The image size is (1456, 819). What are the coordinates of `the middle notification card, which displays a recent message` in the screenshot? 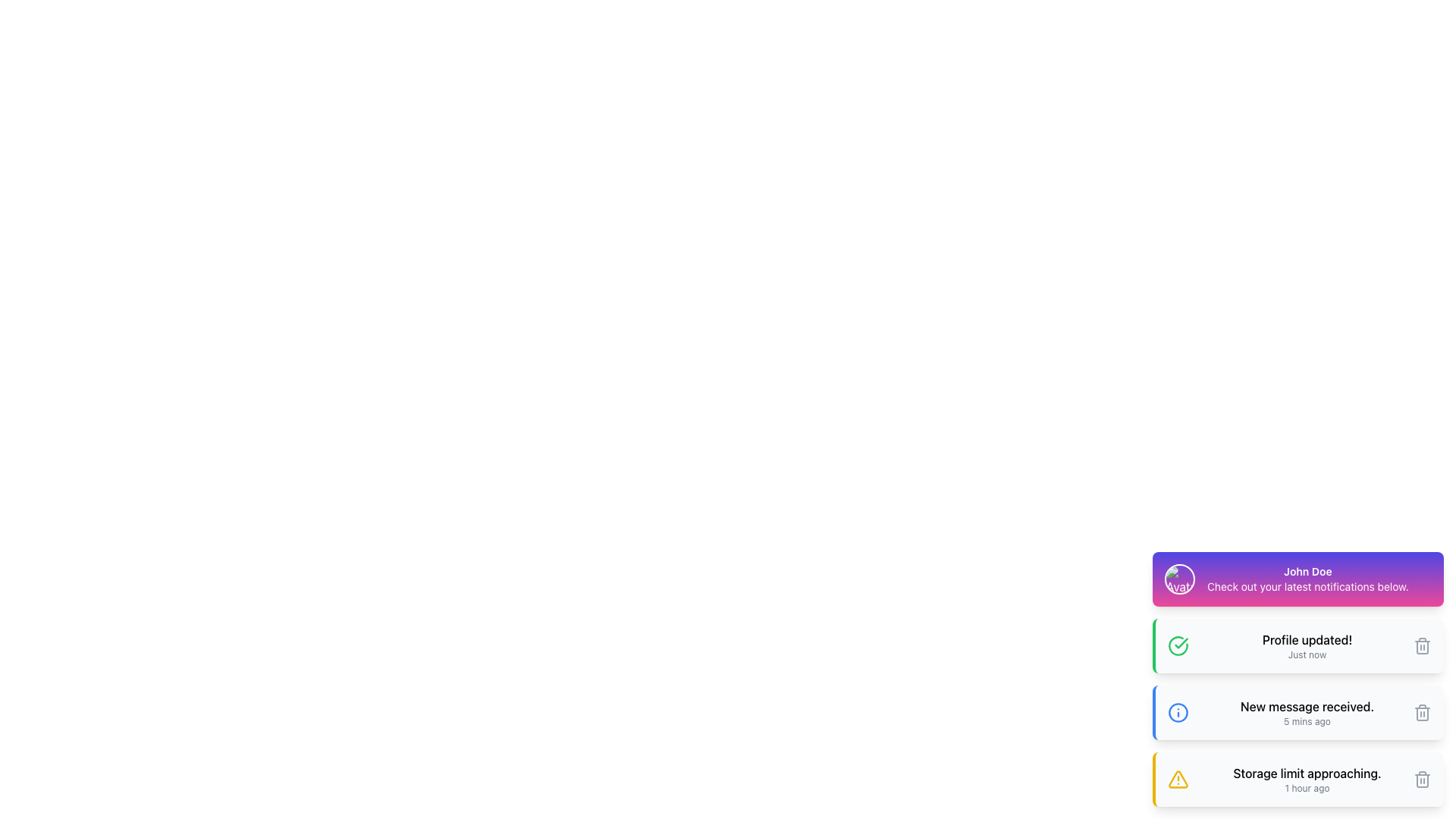 It's located at (1298, 678).